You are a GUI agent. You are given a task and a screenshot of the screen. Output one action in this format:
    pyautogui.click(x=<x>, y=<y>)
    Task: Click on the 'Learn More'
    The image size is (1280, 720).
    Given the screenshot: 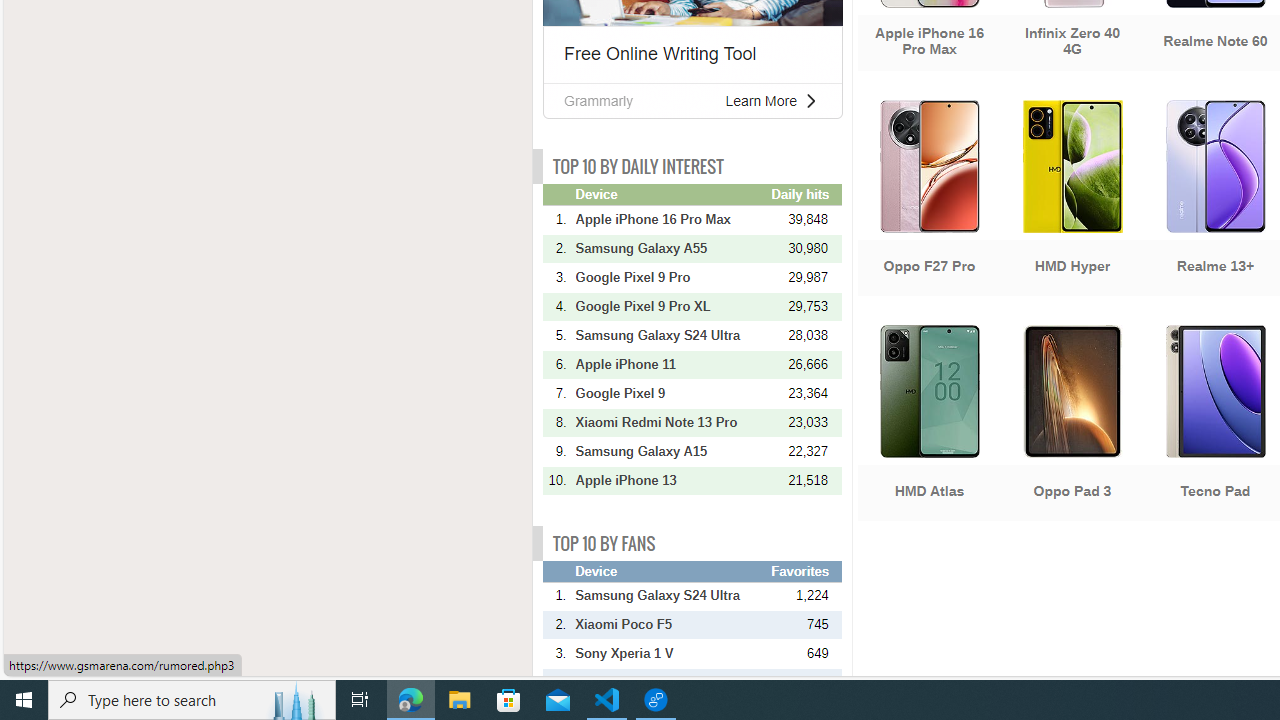 What is the action you would take?
    pyautogui.click(x=759, y=100)
    